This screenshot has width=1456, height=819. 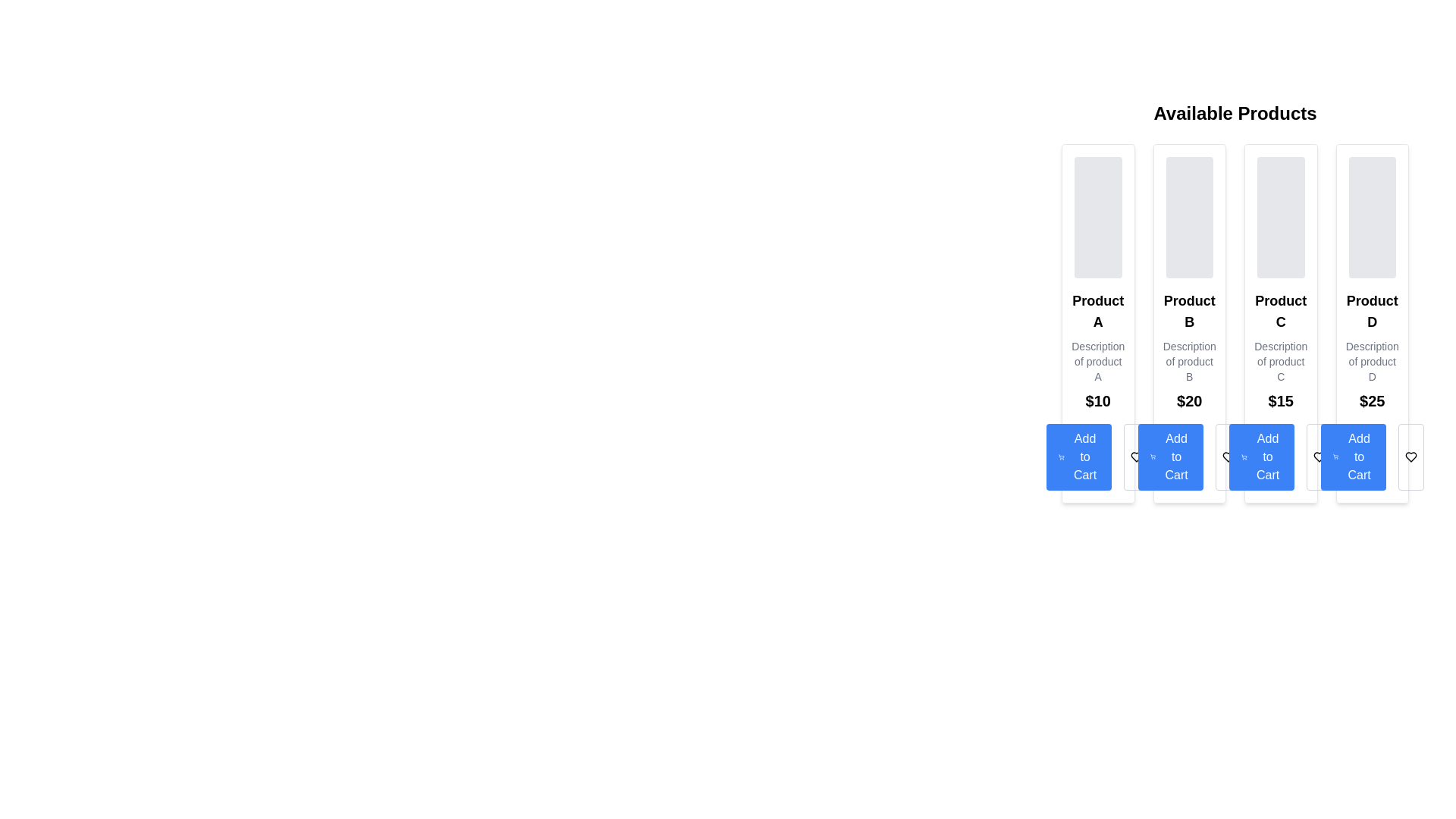 What do you see at coordinates (1098, 323) in the screenshot?
I see `the text elements within the product details card labeled 'Product A' for accessibility purposes` at bounding box center [1098, 323].